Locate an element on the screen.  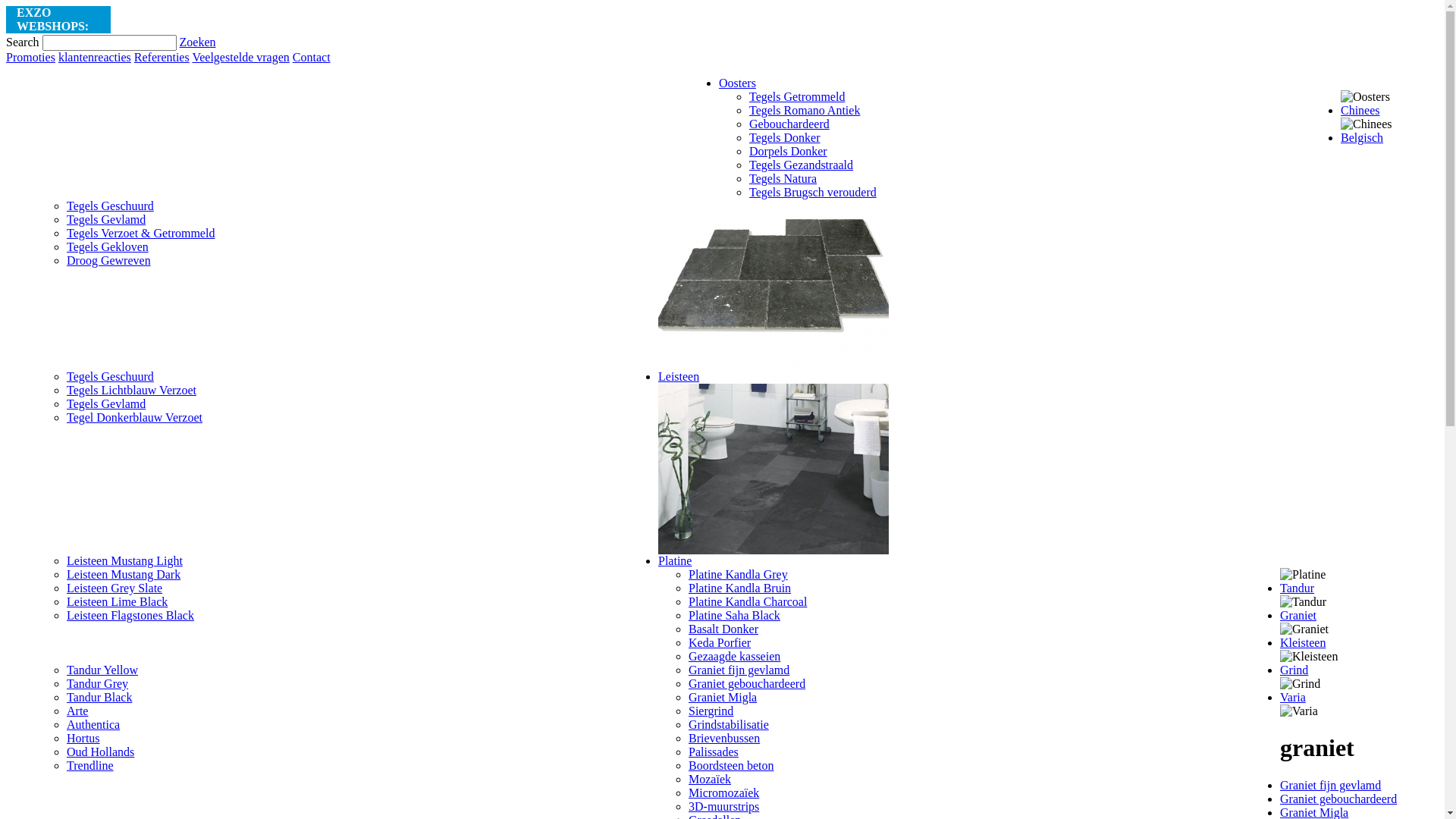
'Arte' is located at coordinates (76, 711).